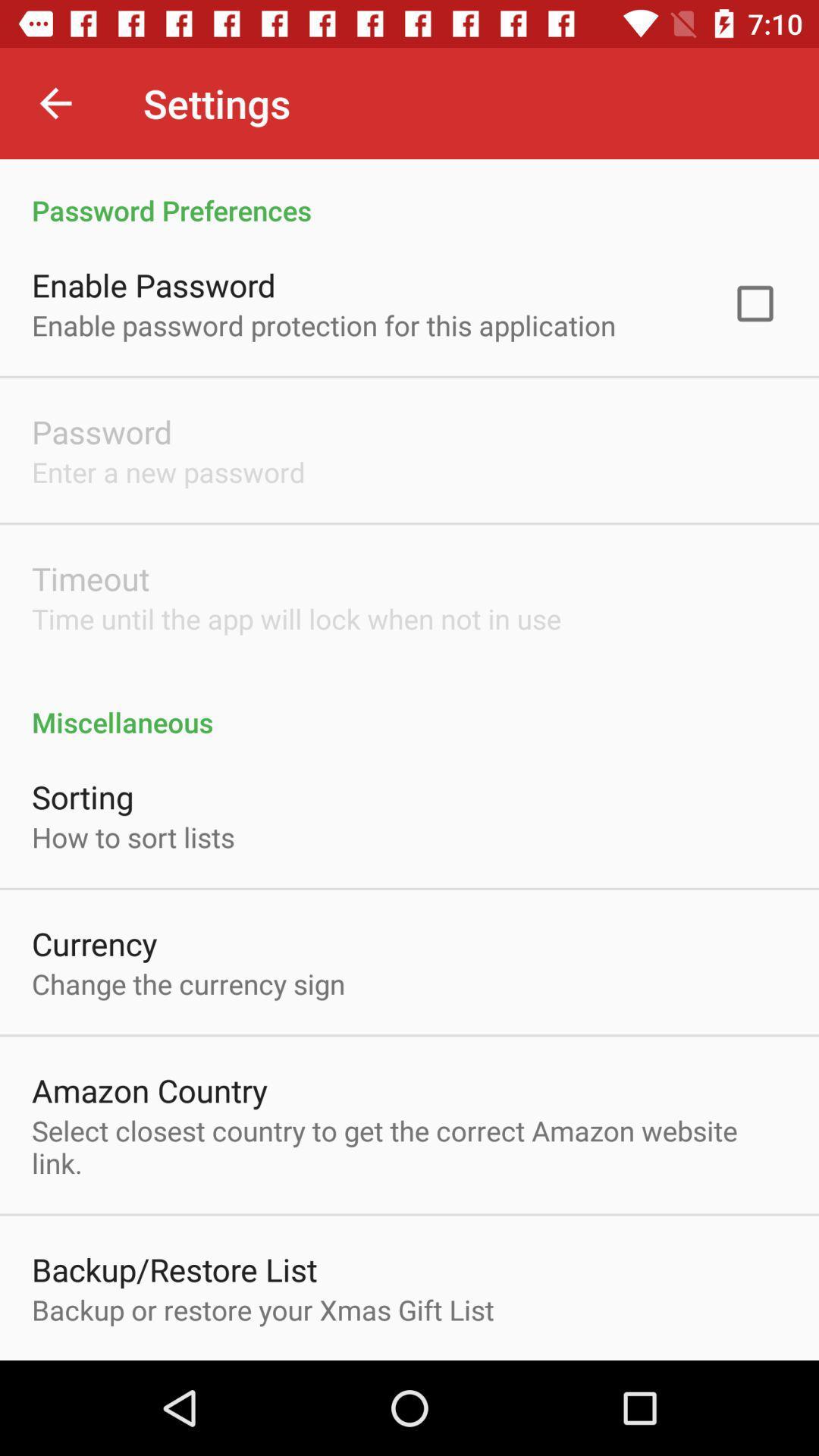  What do you see at coordinates (55, 102) in the screenshot?
I see `the icon next to the settings icon` at bounding box center [55, 102].